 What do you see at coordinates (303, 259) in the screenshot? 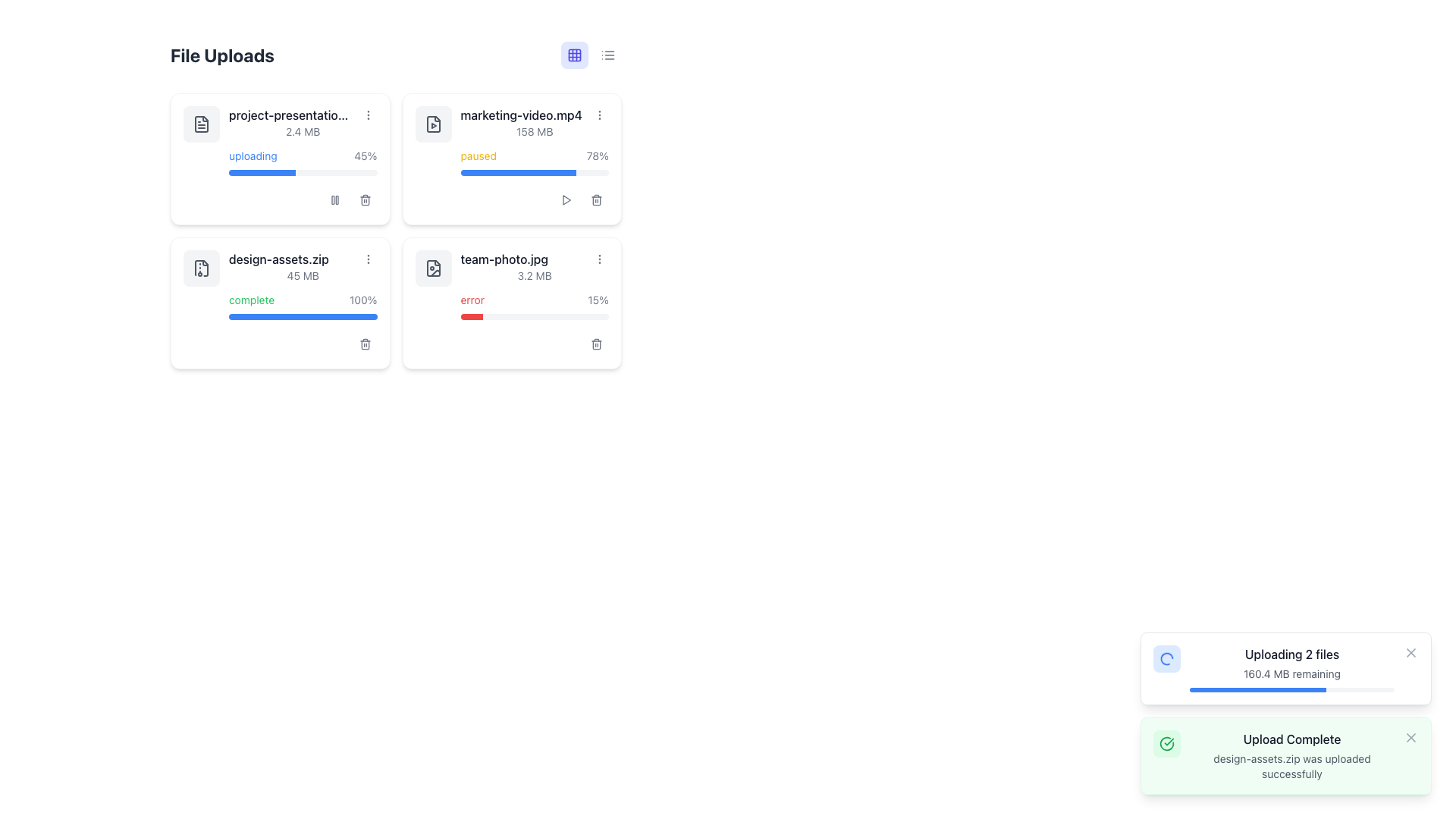
I see `the text label displaying the file name 'design-assets.zip' located` at bounding box center [303, 259].